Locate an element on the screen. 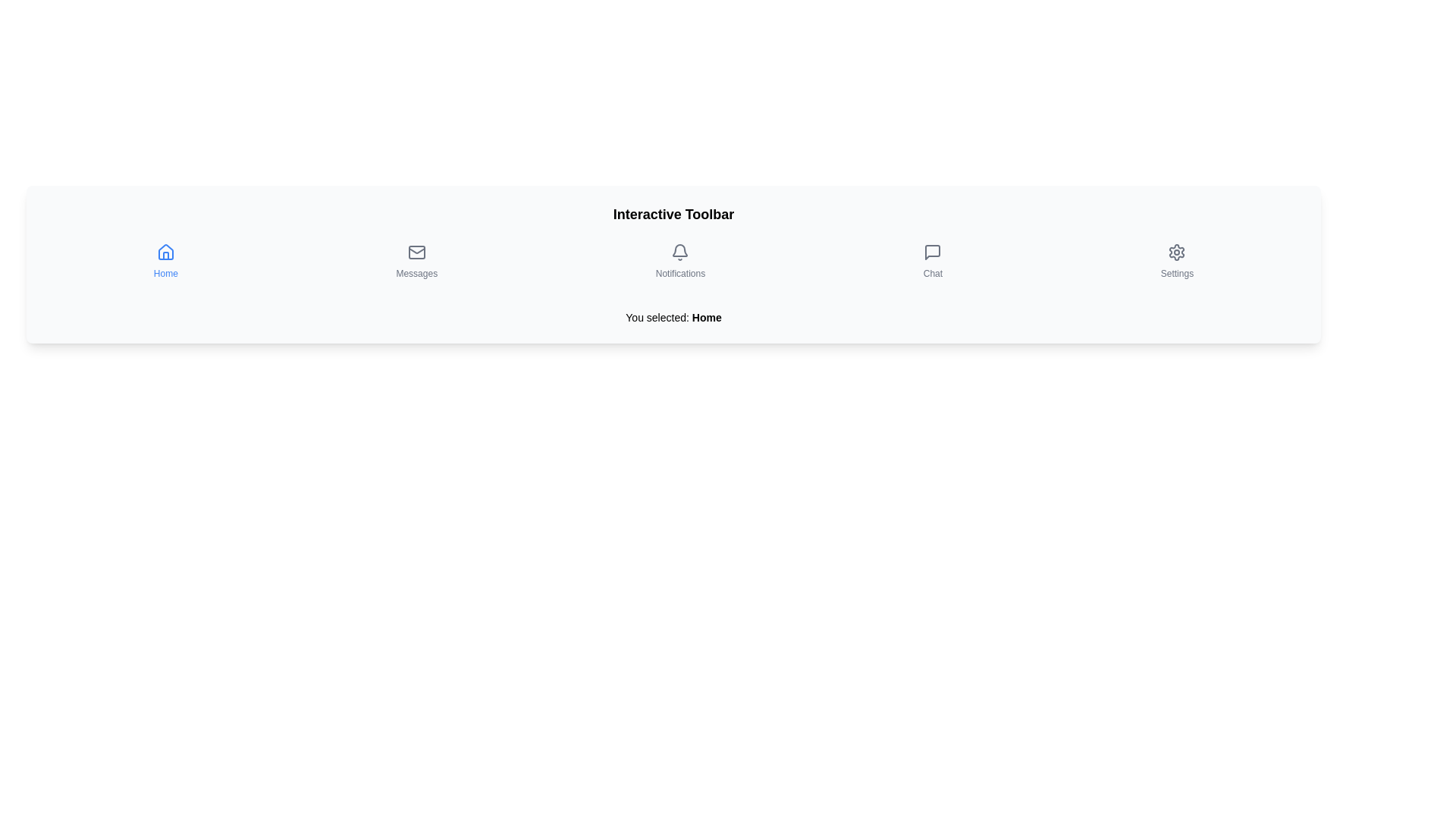 The width and height of the screenshot is (1456, 819). the Static Text Label displaying 'Notifications', which is located below the bell icon in the toolbar is located at coordinates (679, 274).